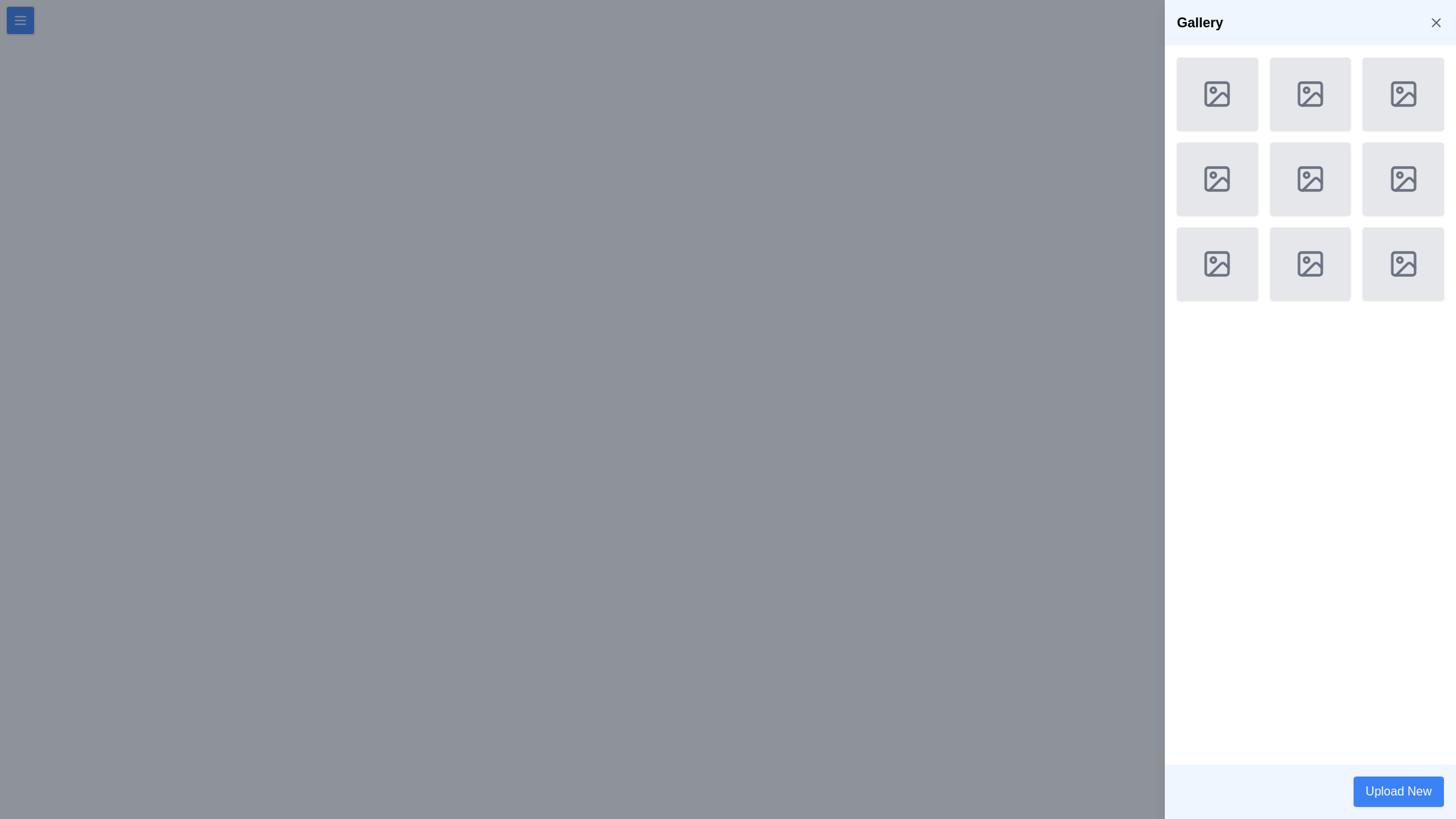  Describe the element at coordinates (1402, 93) in the screenshot. I see `the background shape of the top-right icon in the 3x3 grid of the 'Gallery' section, which serves as a boundary for other graphical features` at that location.